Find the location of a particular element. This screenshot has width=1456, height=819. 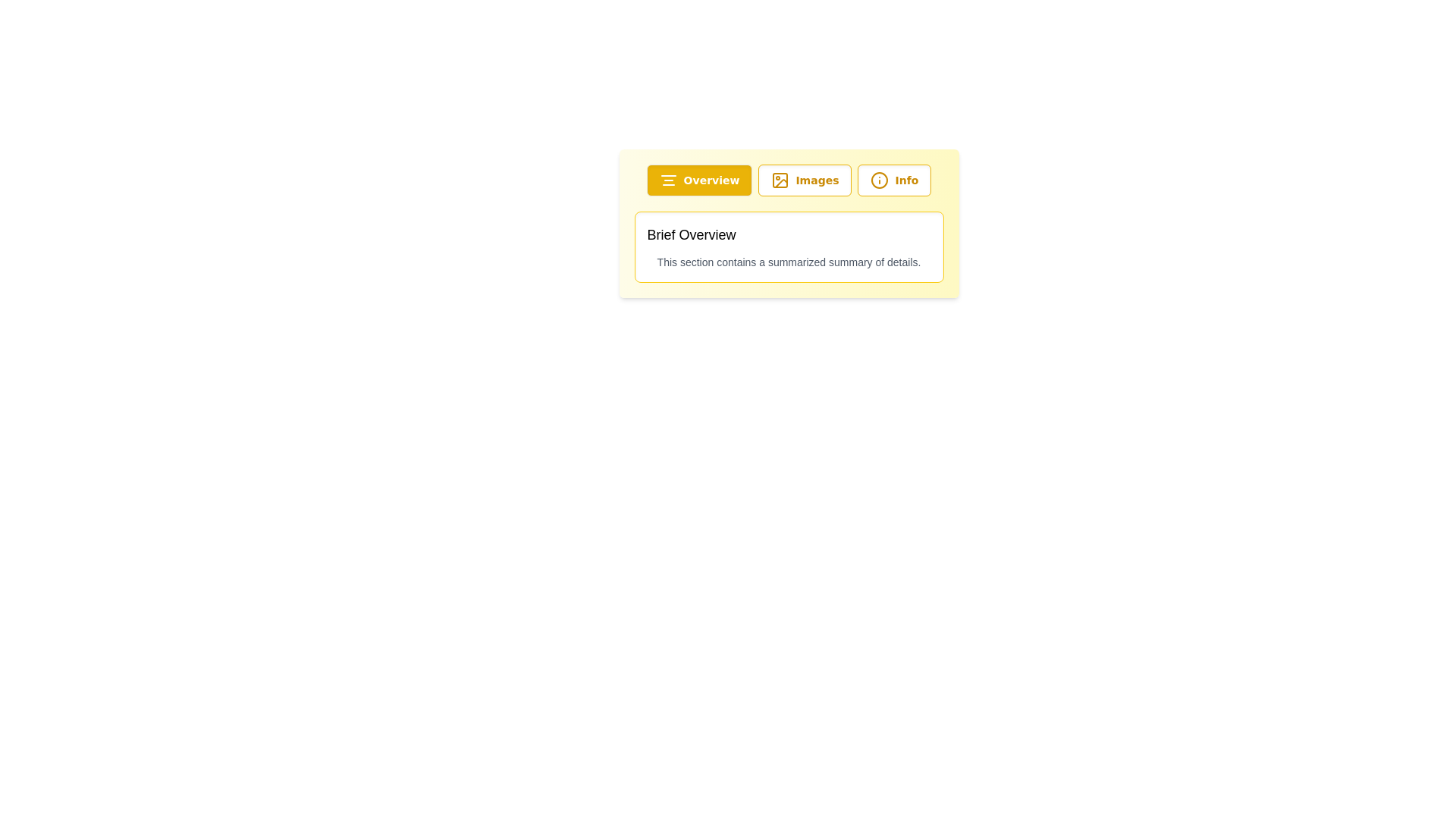

the decorative circle within the 'Info' button, which serves as an icon in the button's interface is located at coordinates (880, 180).